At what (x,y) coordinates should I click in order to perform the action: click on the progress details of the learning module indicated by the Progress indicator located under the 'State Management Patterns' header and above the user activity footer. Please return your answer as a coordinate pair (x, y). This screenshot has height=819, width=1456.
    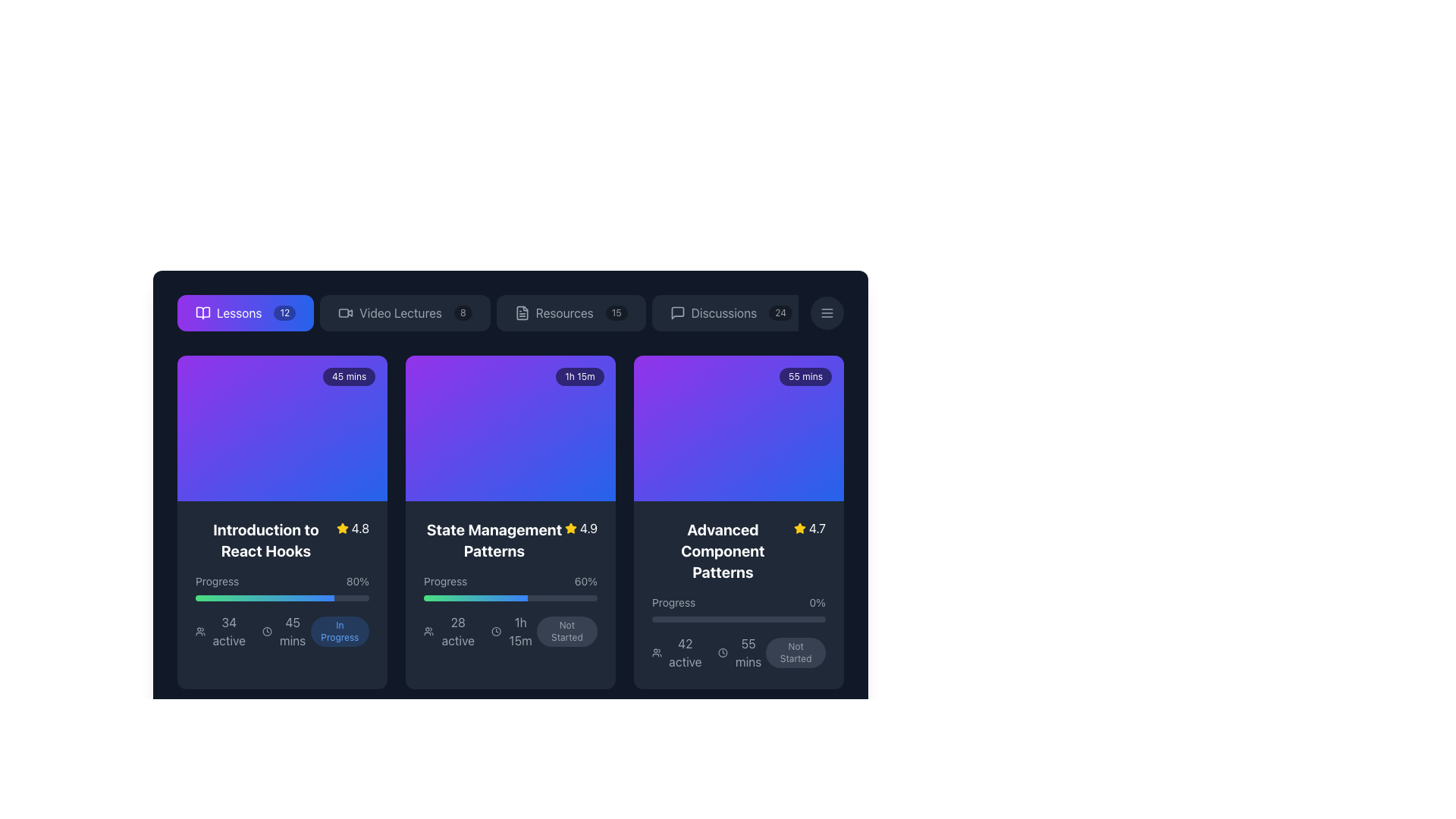
    Looking at the image, I should click on (510, 610).